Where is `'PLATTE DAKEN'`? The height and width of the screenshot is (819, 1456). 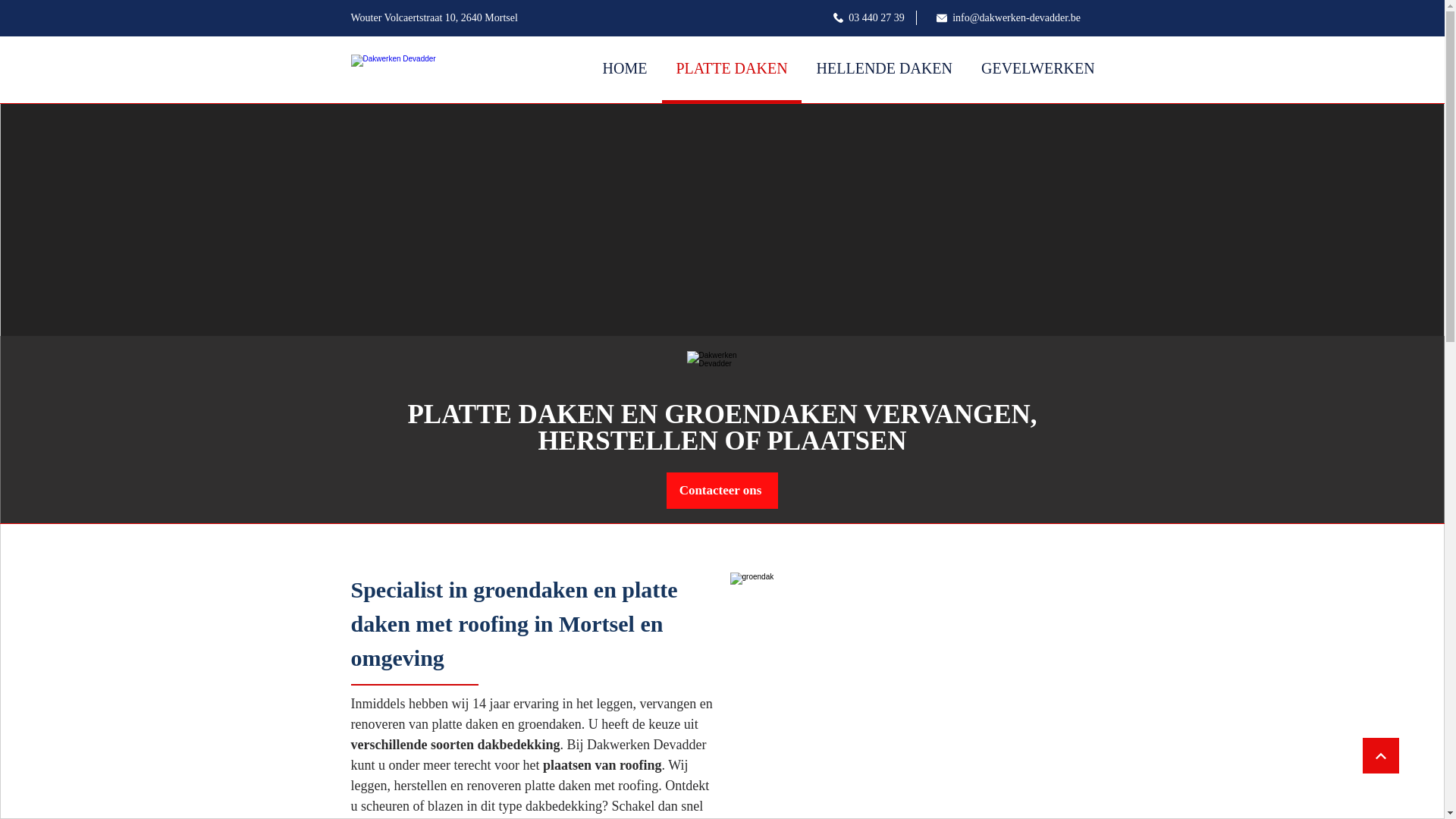
'PLATTE DAKEN' is located at coordinates (731, 70).